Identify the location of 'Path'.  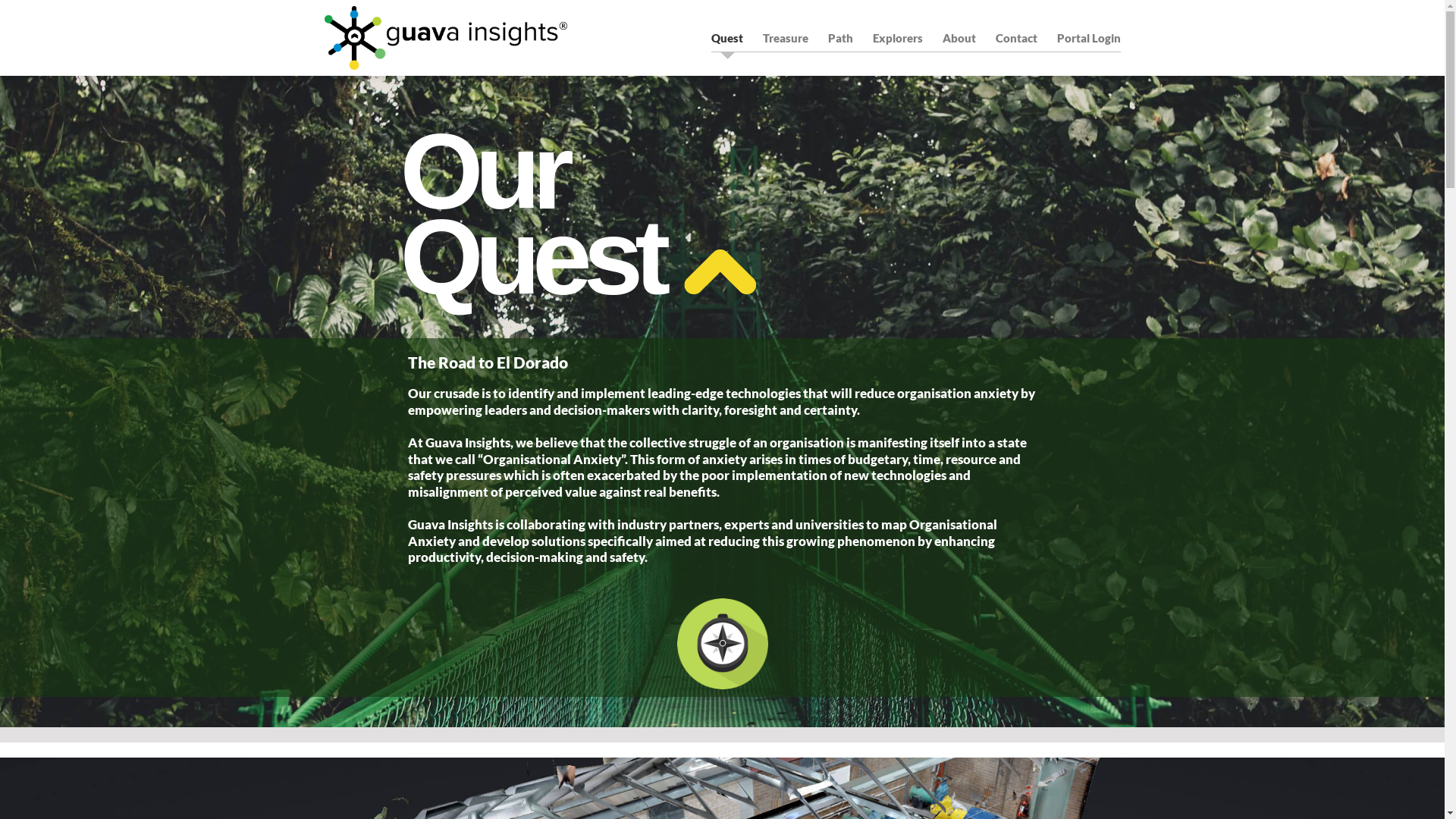
(839, 37).